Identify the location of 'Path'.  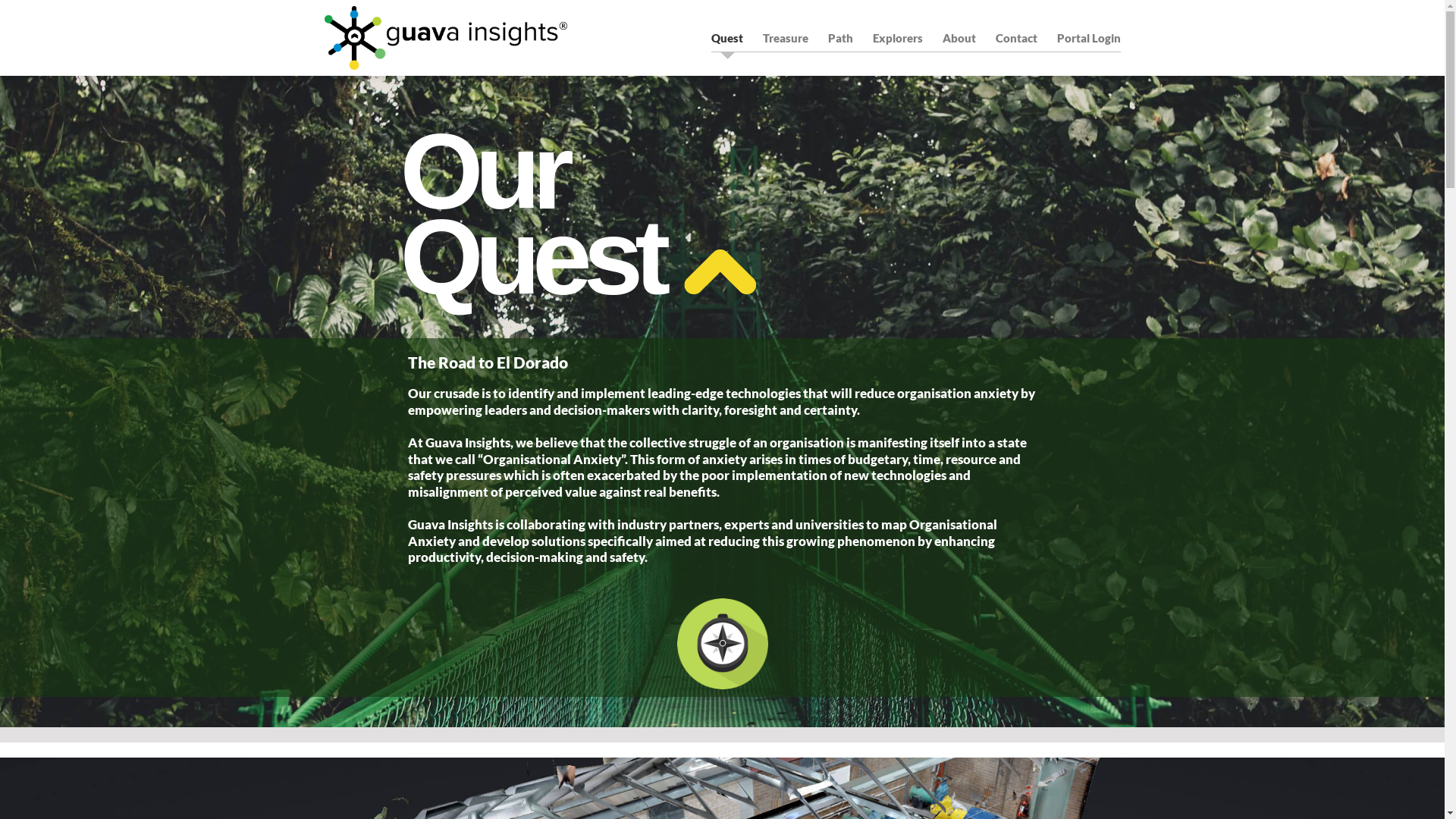
(839, 37).